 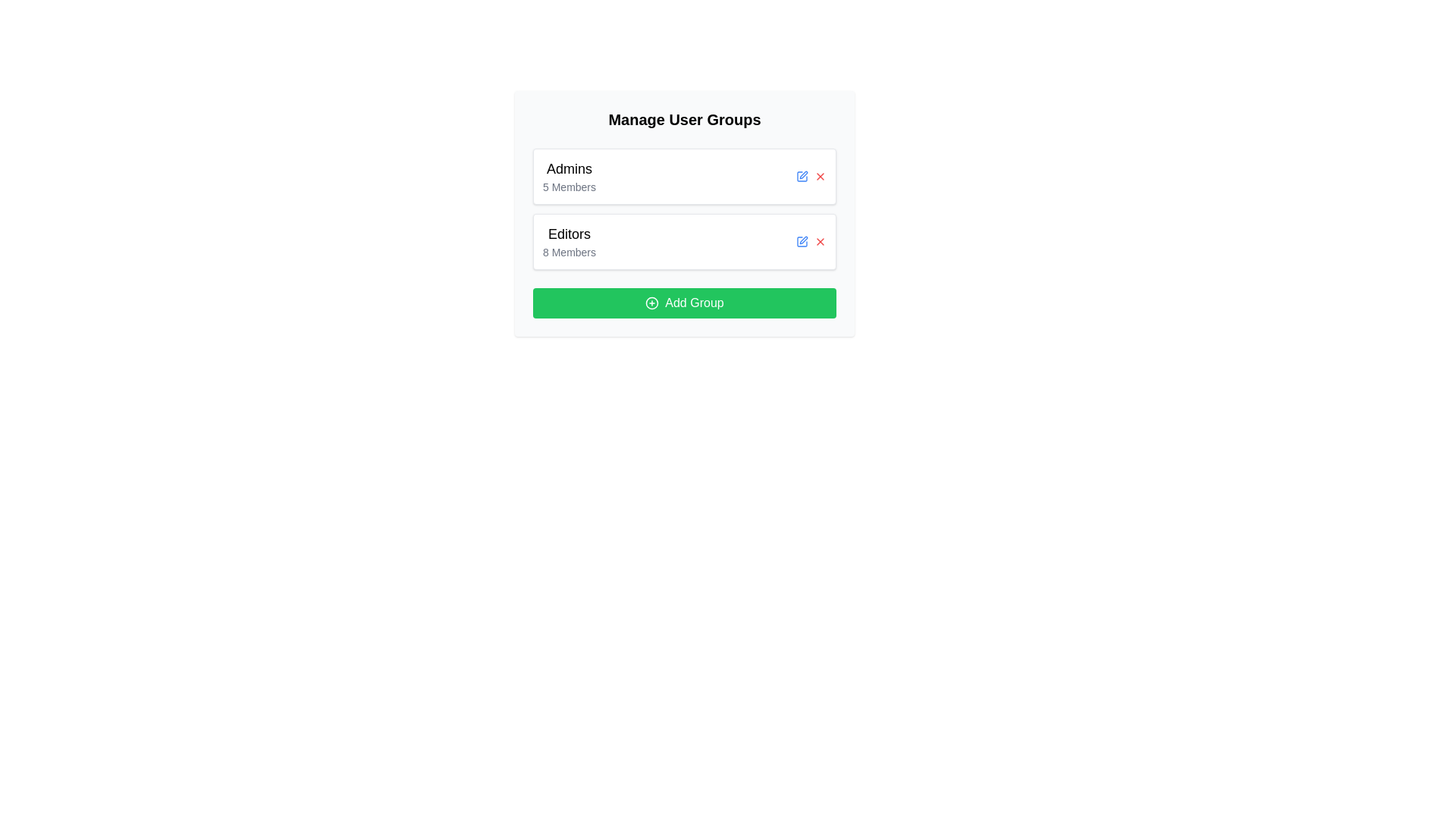 I want to click on the static text label displaying '5 Members', which is located directly below the 'Admins' header and provides descriptive information about the group, so click(x=569, y=186).